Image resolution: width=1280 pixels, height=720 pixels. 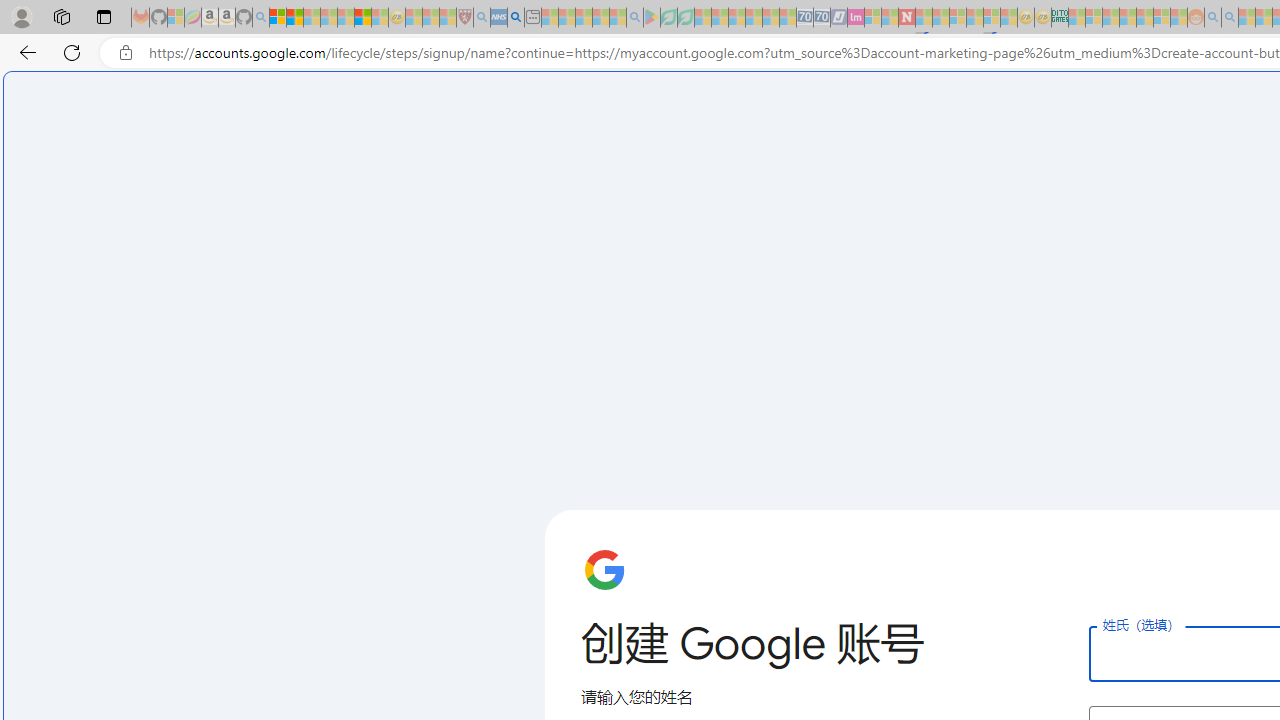 I want to click on 'utah sues federal government - Search', so click(x=515, y=17).